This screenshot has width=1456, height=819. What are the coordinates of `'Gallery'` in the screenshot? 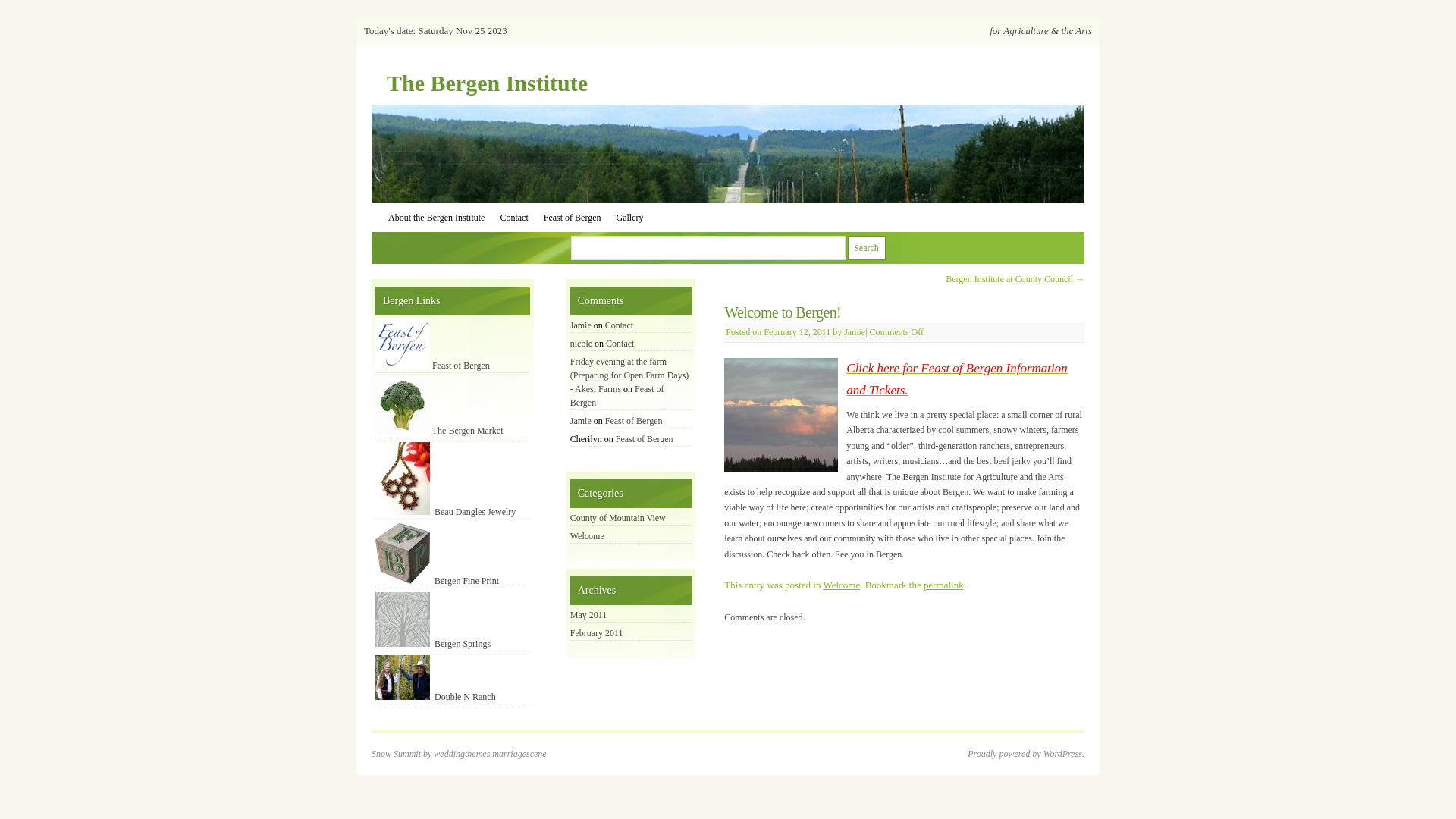 It's located at (629, 217).